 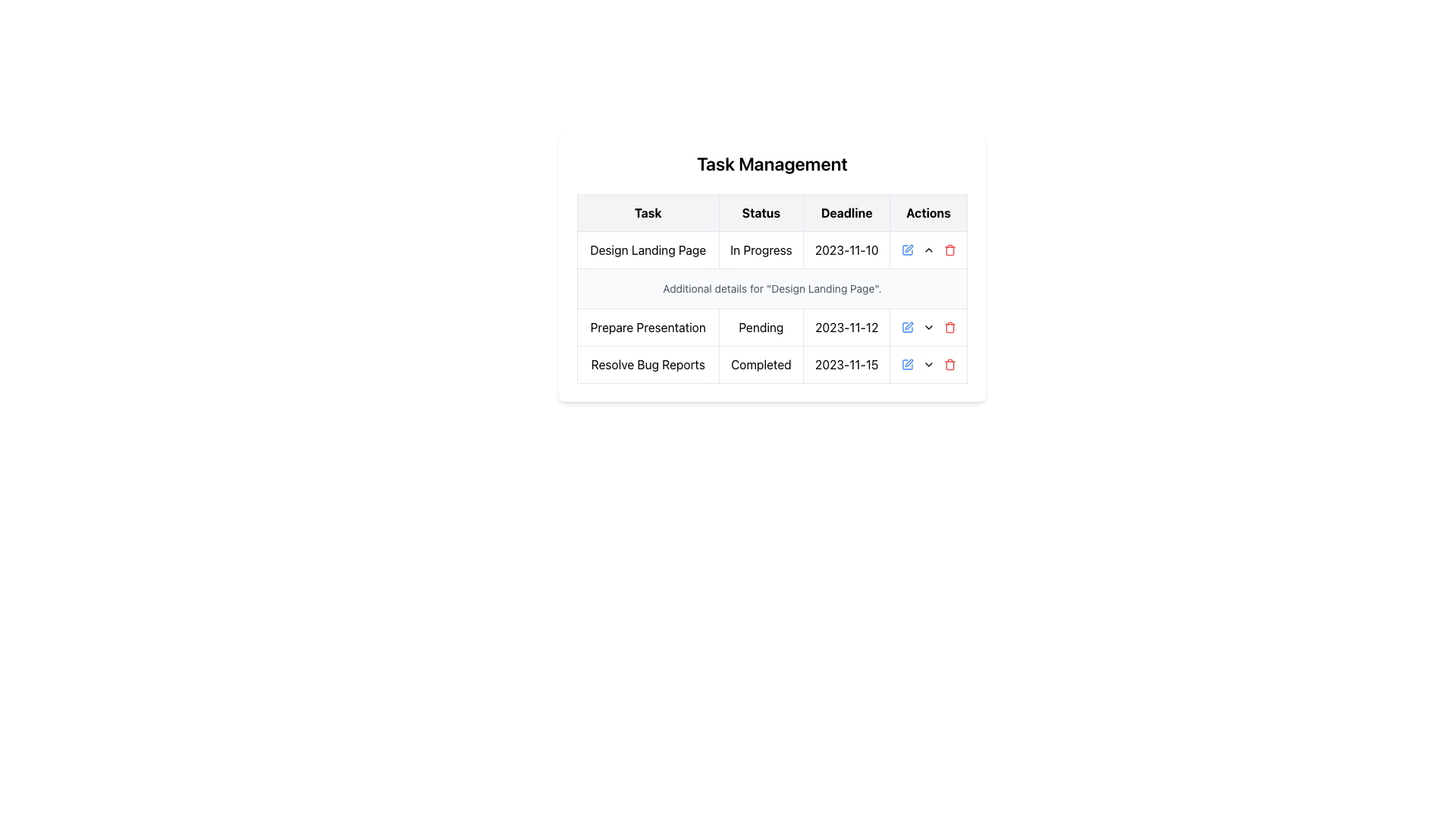 What do you see at coordinates (846, 365) in the screenshot?
I see `the Text display that shows the deadline date for the 'Resolve Bug Reports' task in the 'Deadline' column of the task management interface` at bounding box center [846, 365].